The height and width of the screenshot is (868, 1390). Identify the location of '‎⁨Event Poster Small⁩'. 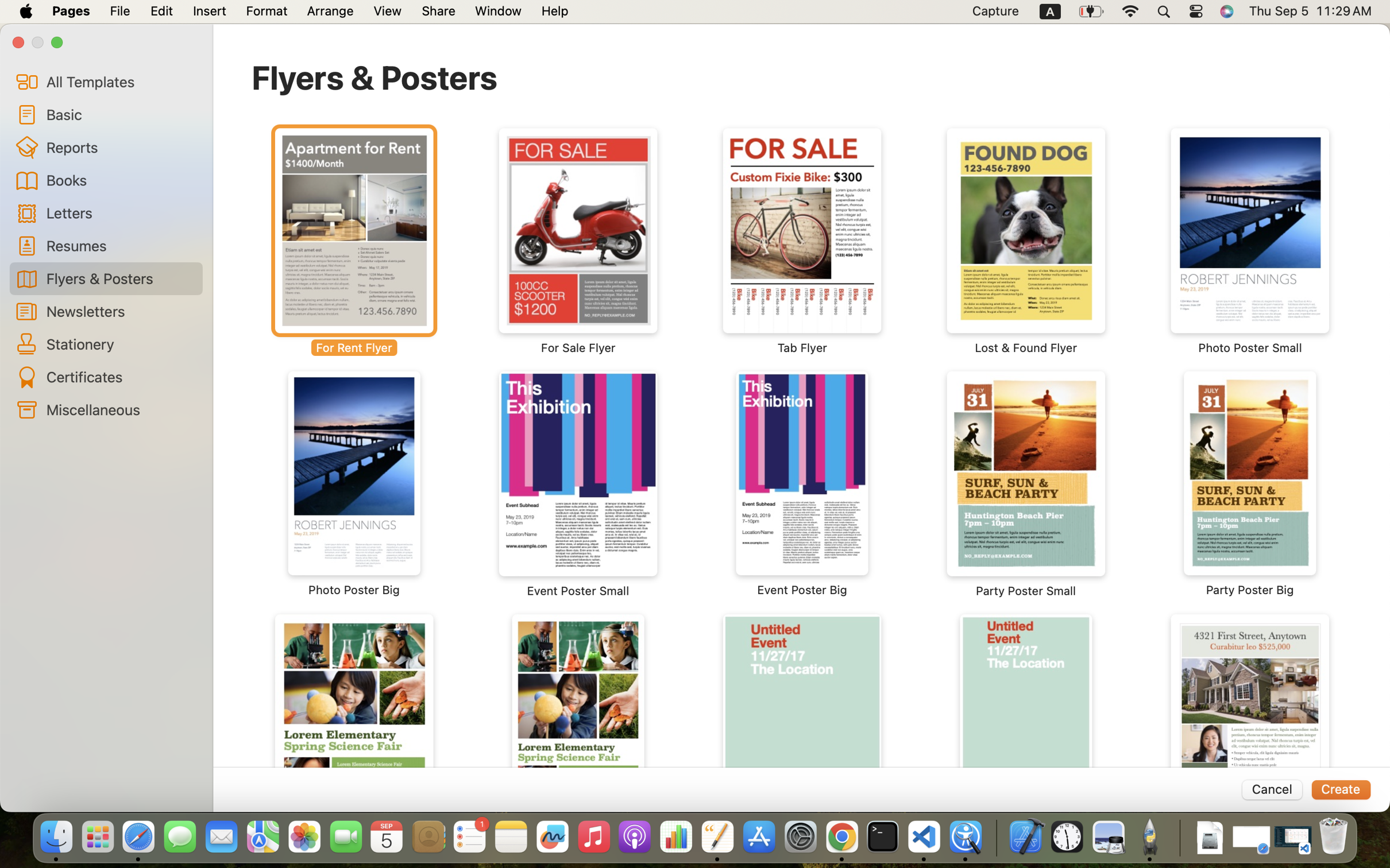
(578, 484).